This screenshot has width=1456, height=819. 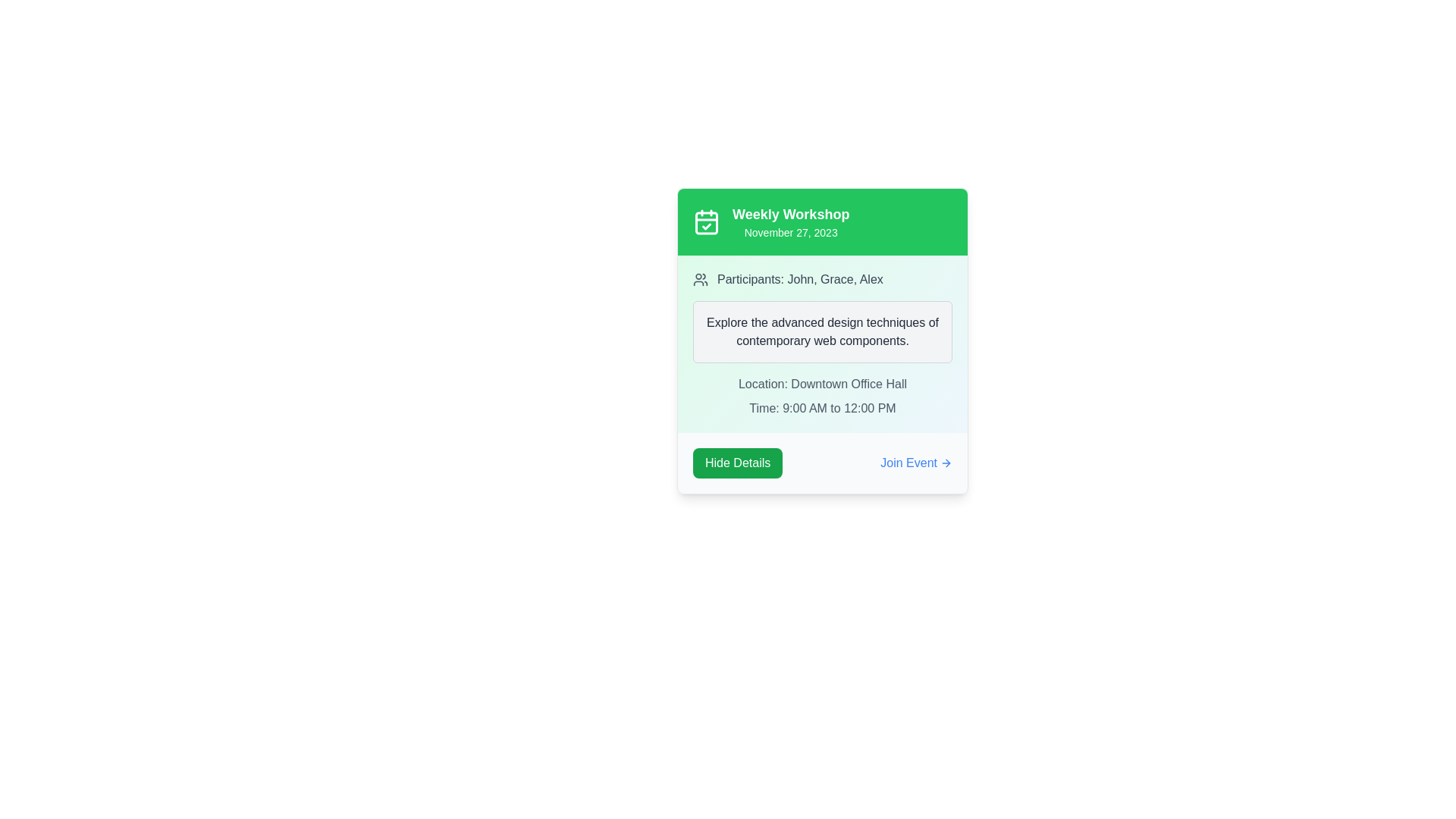 What do you see at coordinates (705, 222) in the screenshot?
I see `the calendar icon with a checkmark, which is located in the green header section displaying 'Weekly Workshop' and the date 'November 27, 2023', positioned to the left of the title text` at bounding box center [705, 222].